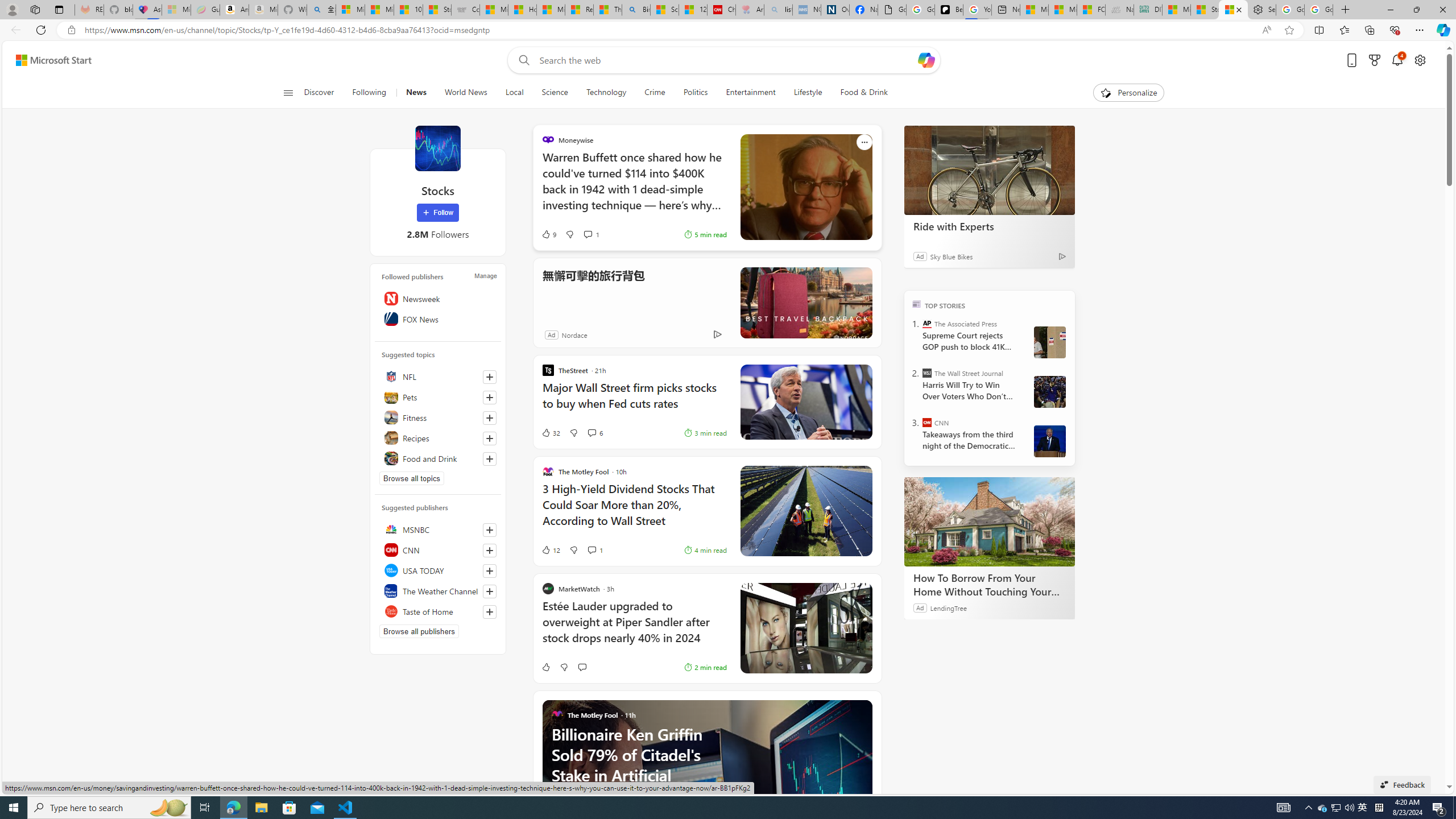 The height and width of the screenshot is (819, 1456). What do you see at coordinates (717, 334) in the screenshot?
I see `'Ad Choice'` at bounding box center [717, 334].